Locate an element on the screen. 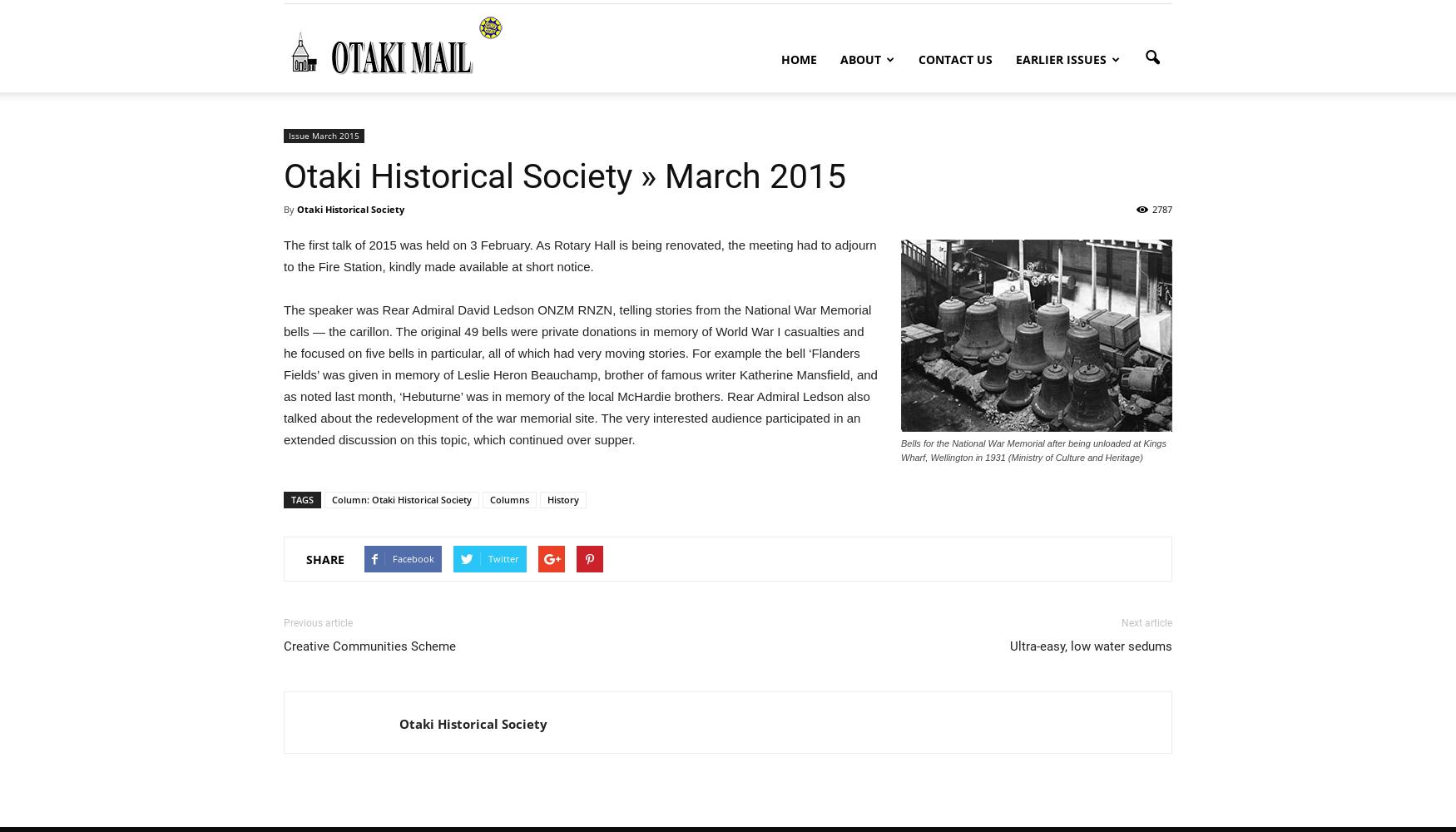  'Creative Communities Scheme' is located at coordinates (369, 646).